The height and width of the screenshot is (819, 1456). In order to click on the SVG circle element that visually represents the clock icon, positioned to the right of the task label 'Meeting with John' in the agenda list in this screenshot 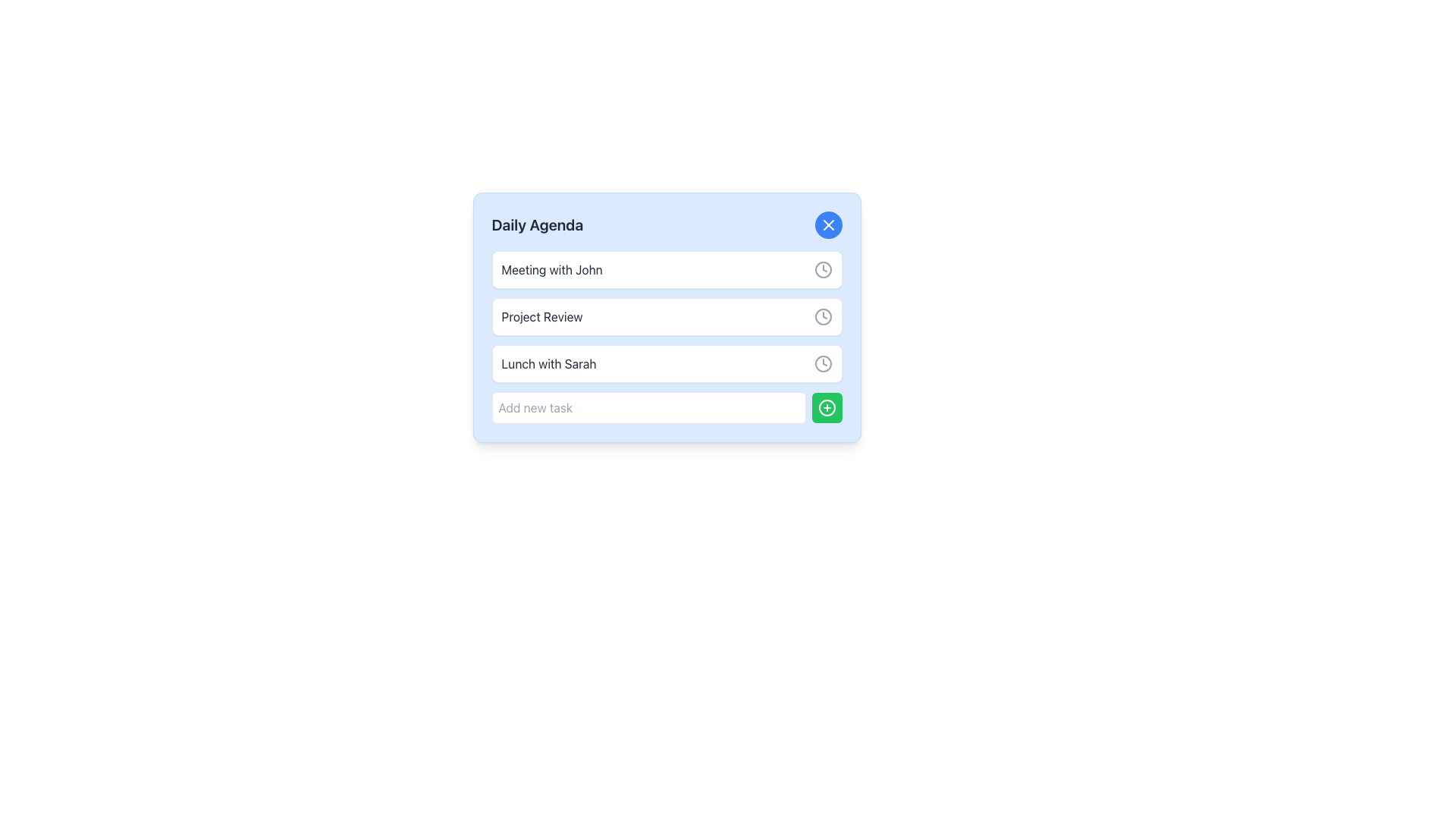, I will do `click(822, 268)`.